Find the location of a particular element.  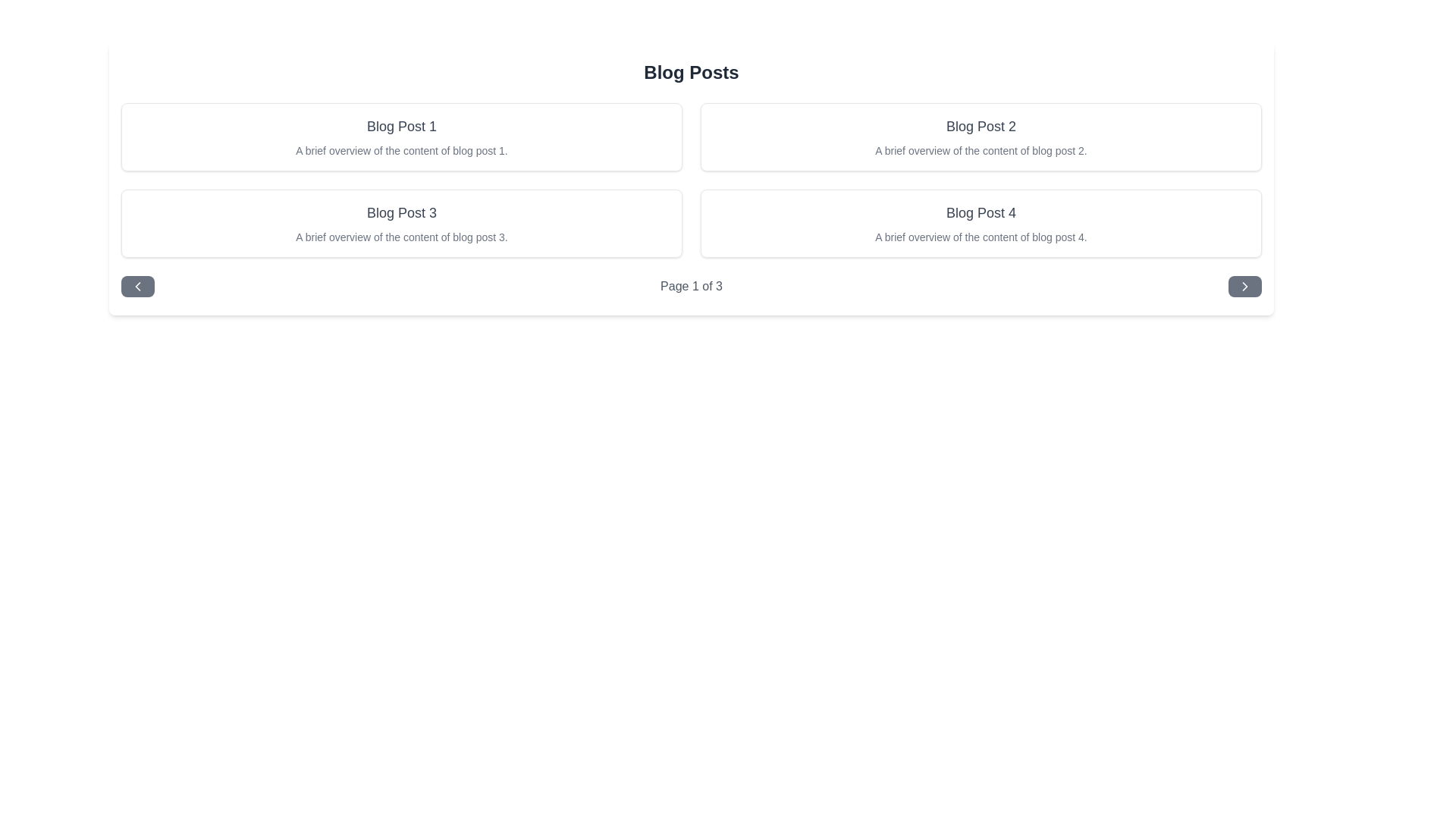

the text label displaying 'Blog Post 4' which is a larger, bolded font in dark gray, located in the lower right quadrant of the blog post grid layout is located at coordinates (981, 213).